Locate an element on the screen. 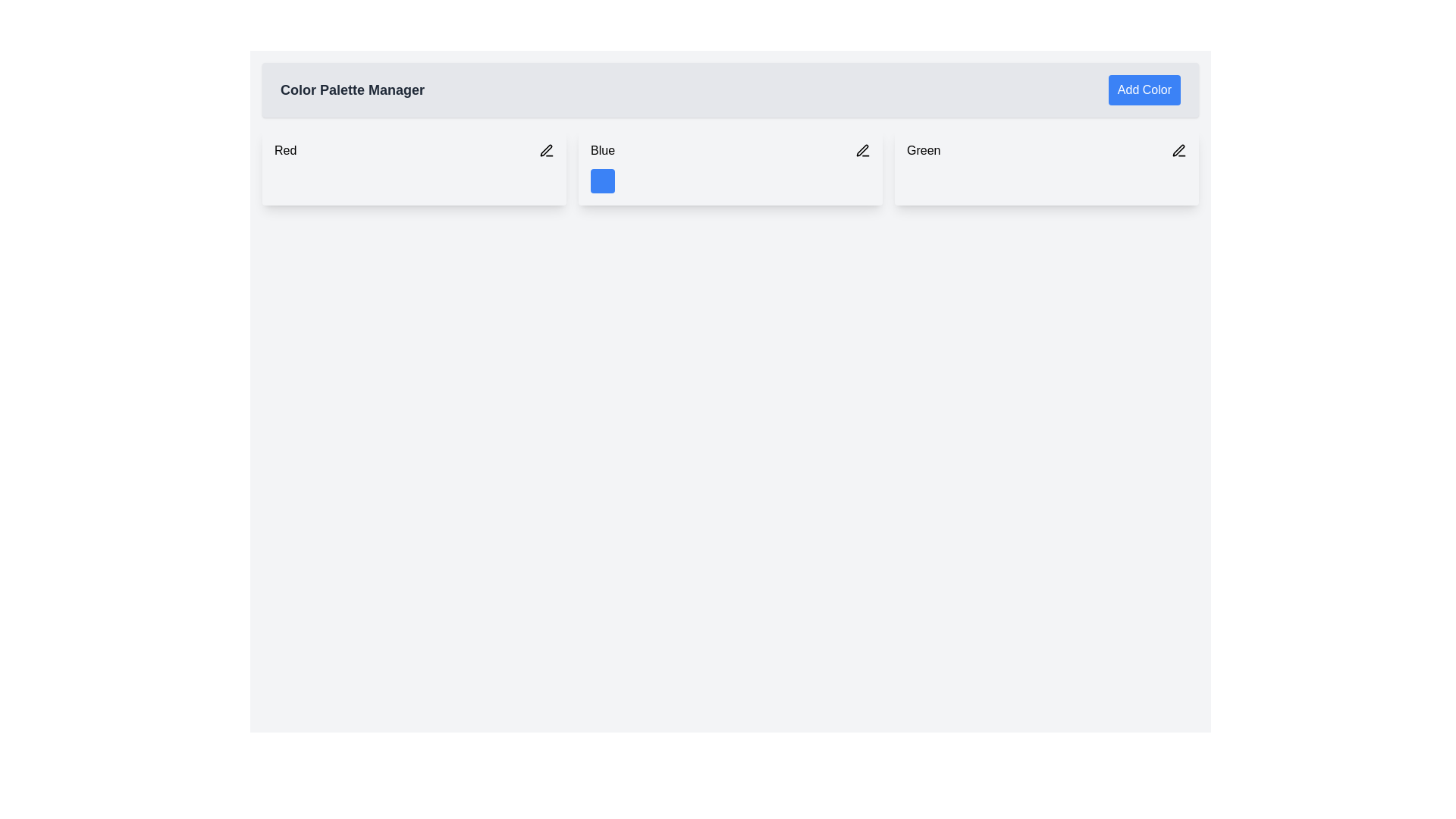  the second color palette icon under the label 'Red' in the UI is located at coordinates (315, 180).